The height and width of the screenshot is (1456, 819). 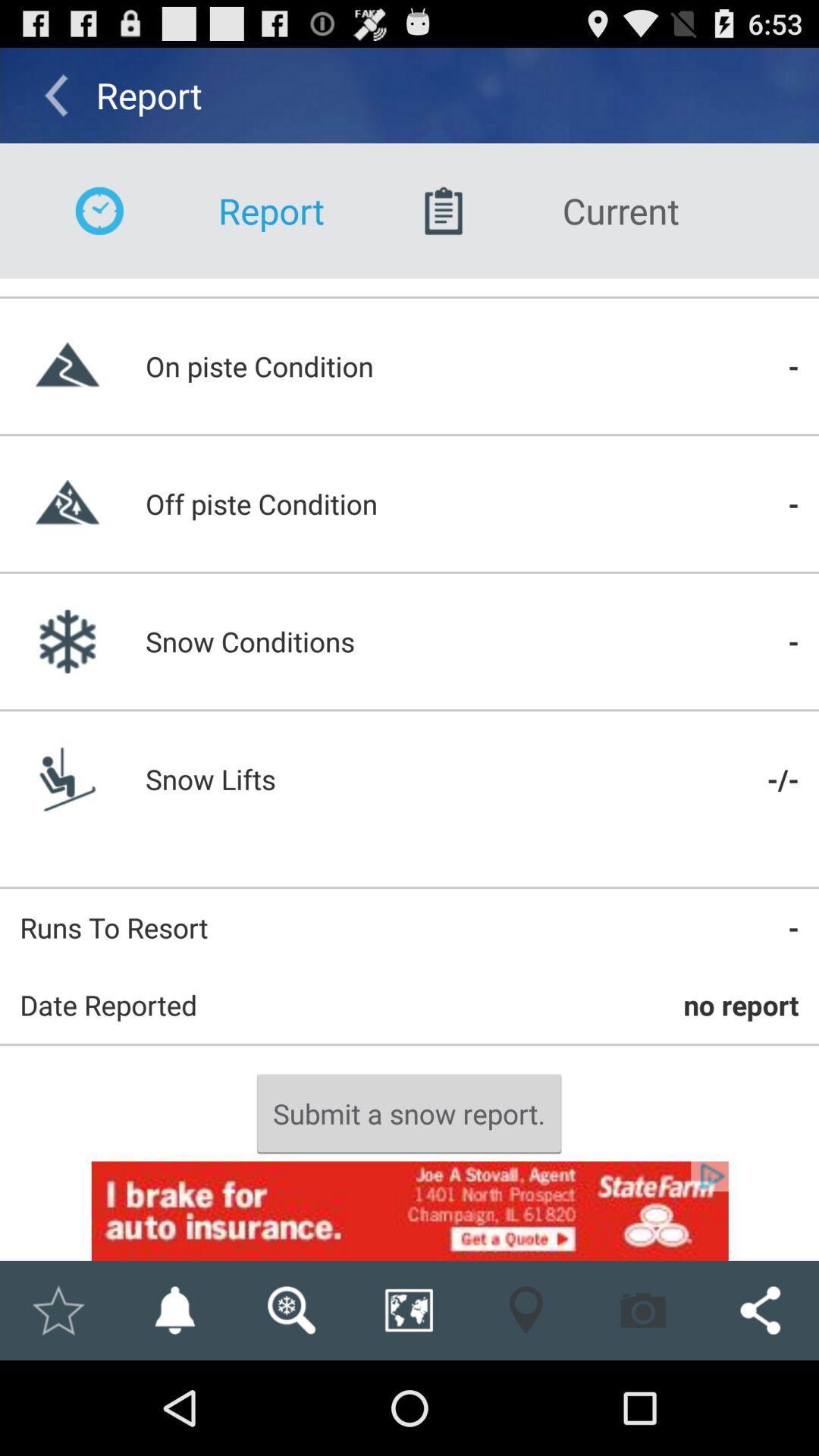 What do you see at coordinates (760, 1310) in the screenshot?
I see `share the report` at bounding box center [760, 1310].